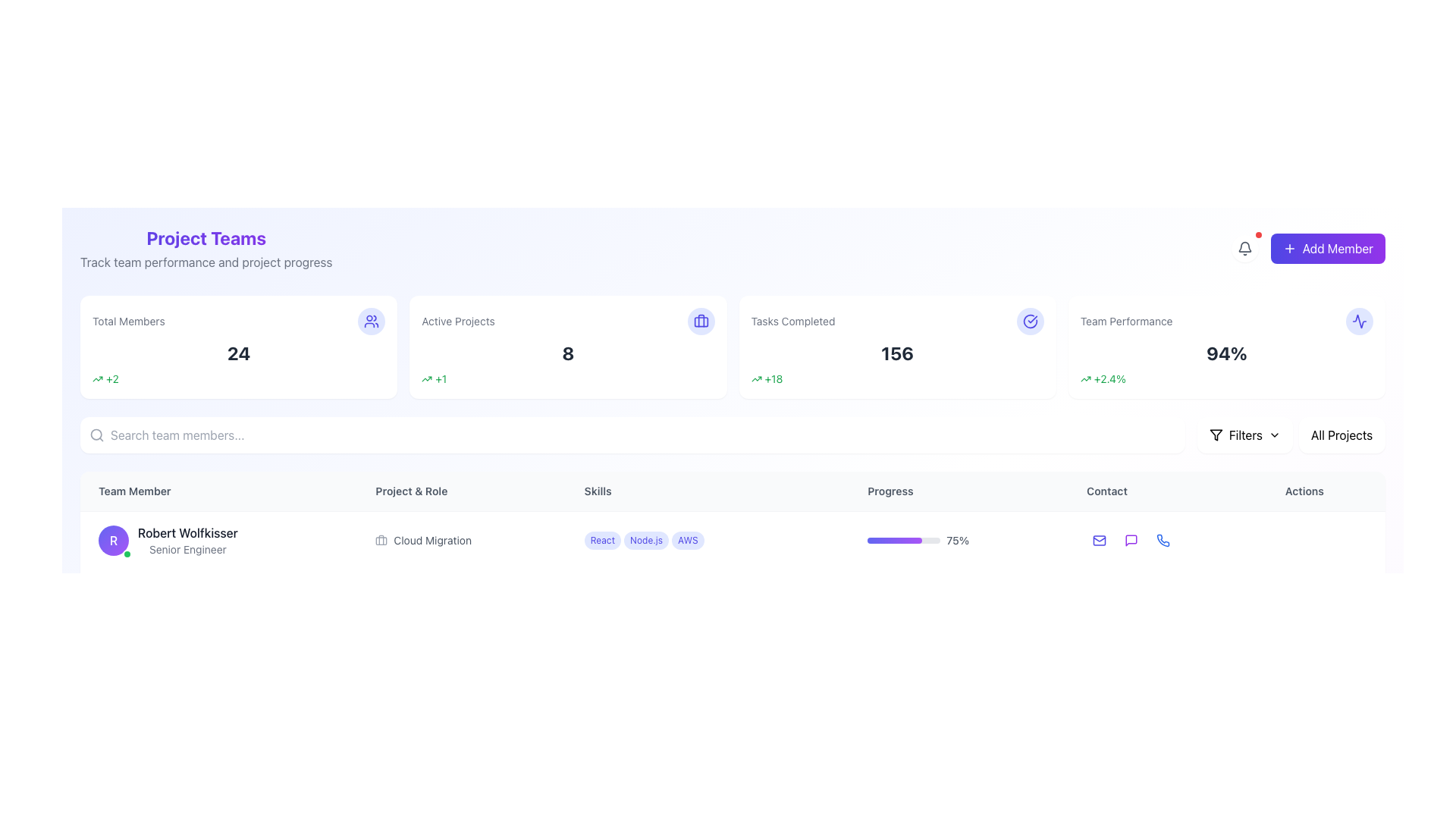 The width and height of the screenshot is (1456, 819). I want to click on the text label displaying 'Team Performance' in grey color, located within the team statistics section, so click(1126, 321).